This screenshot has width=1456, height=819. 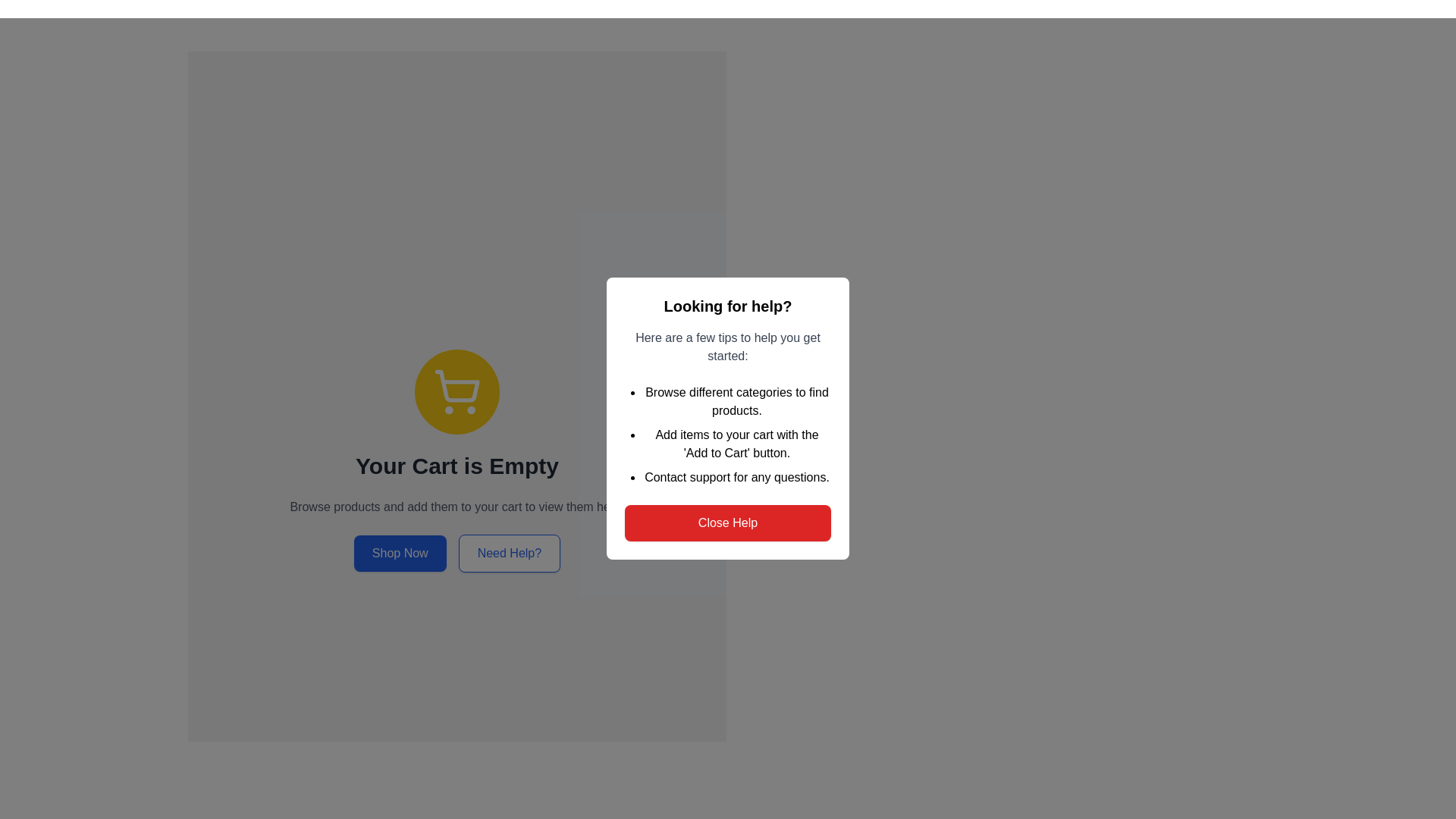 I want to click on the text element saying 'Browse different categories to find products.' which is the first item in an unordered list within the help dialogue box, so click(x=736, y=400).